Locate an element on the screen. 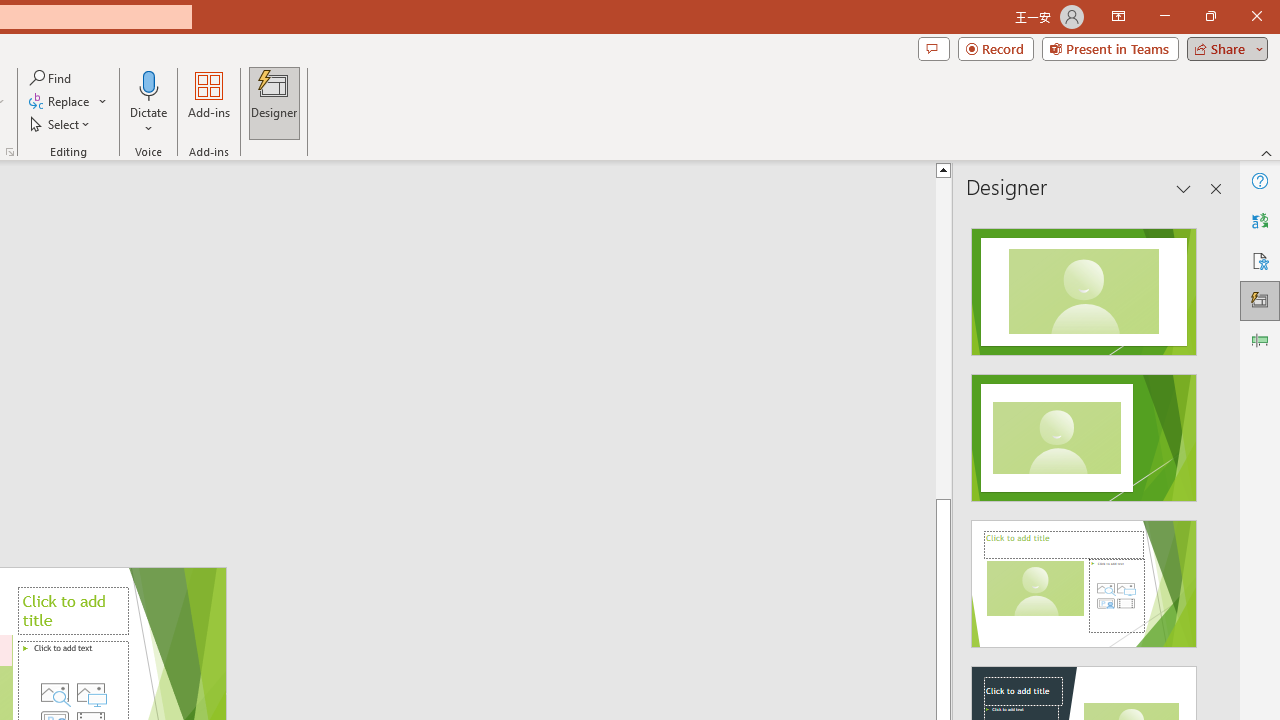 The height and width of the screenshot is (720, 1280). 'Animation Pane' is located at coordinates (1259, 339).